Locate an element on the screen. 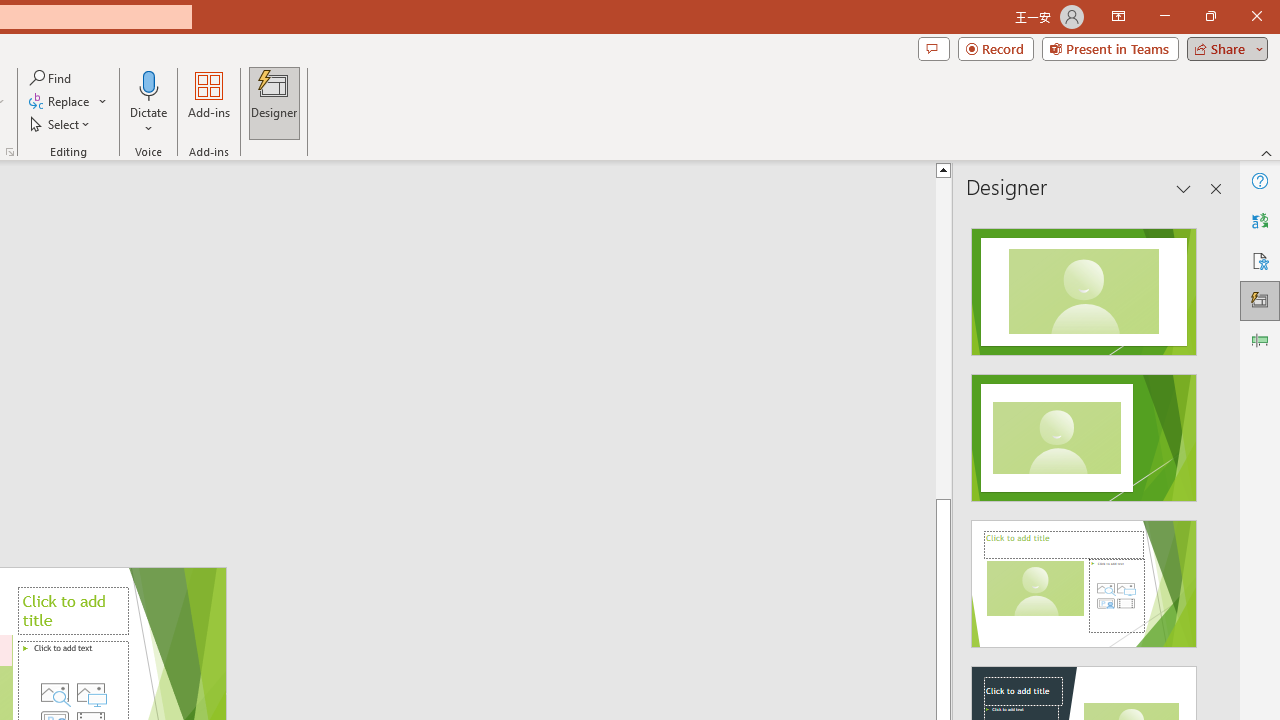 The height and width of the screenshot is (720, 1280). 'Animation Pane' is located at coordinates (1259, 339).